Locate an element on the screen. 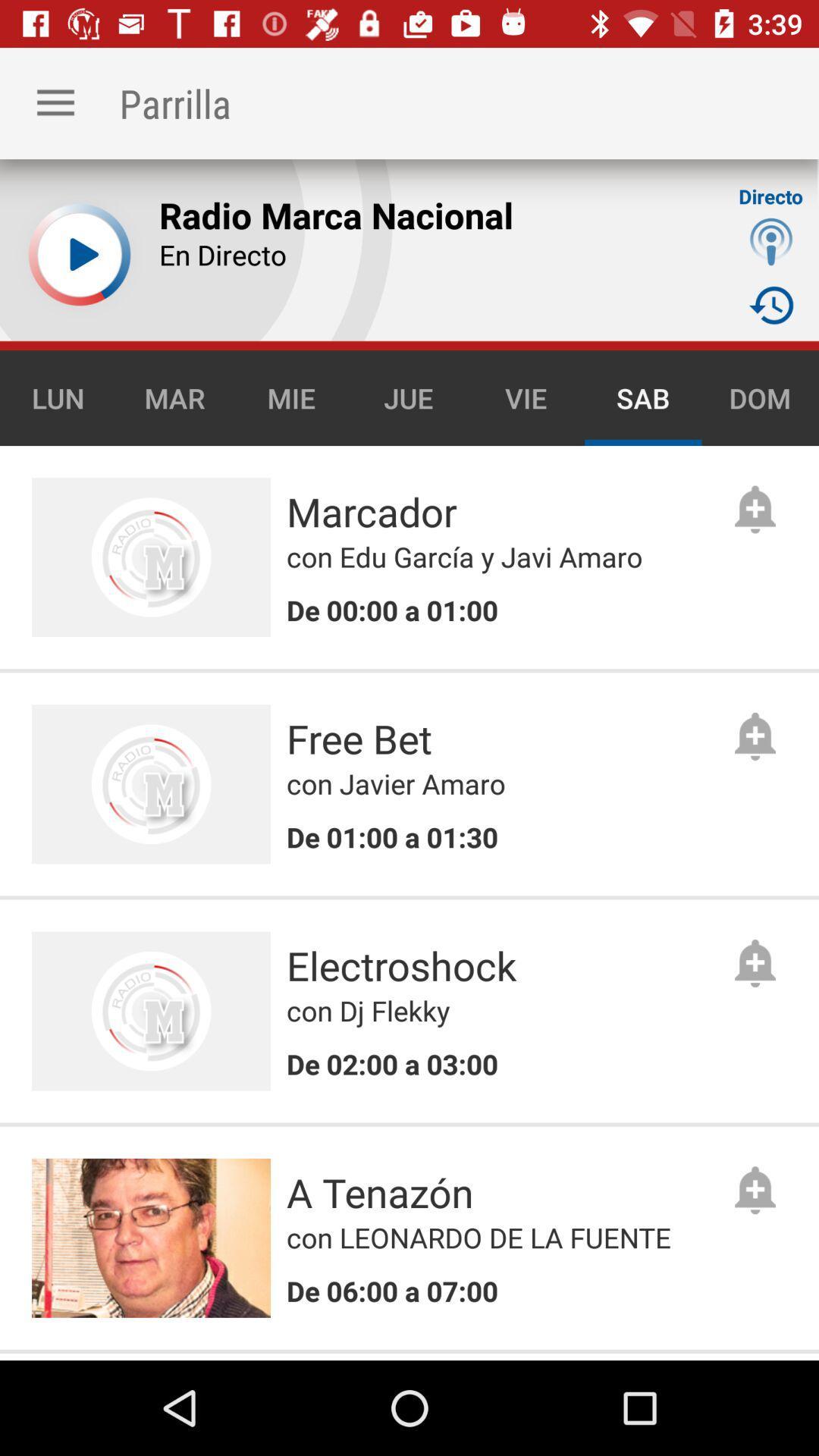  the location icon is located at coordinates (771, 240).